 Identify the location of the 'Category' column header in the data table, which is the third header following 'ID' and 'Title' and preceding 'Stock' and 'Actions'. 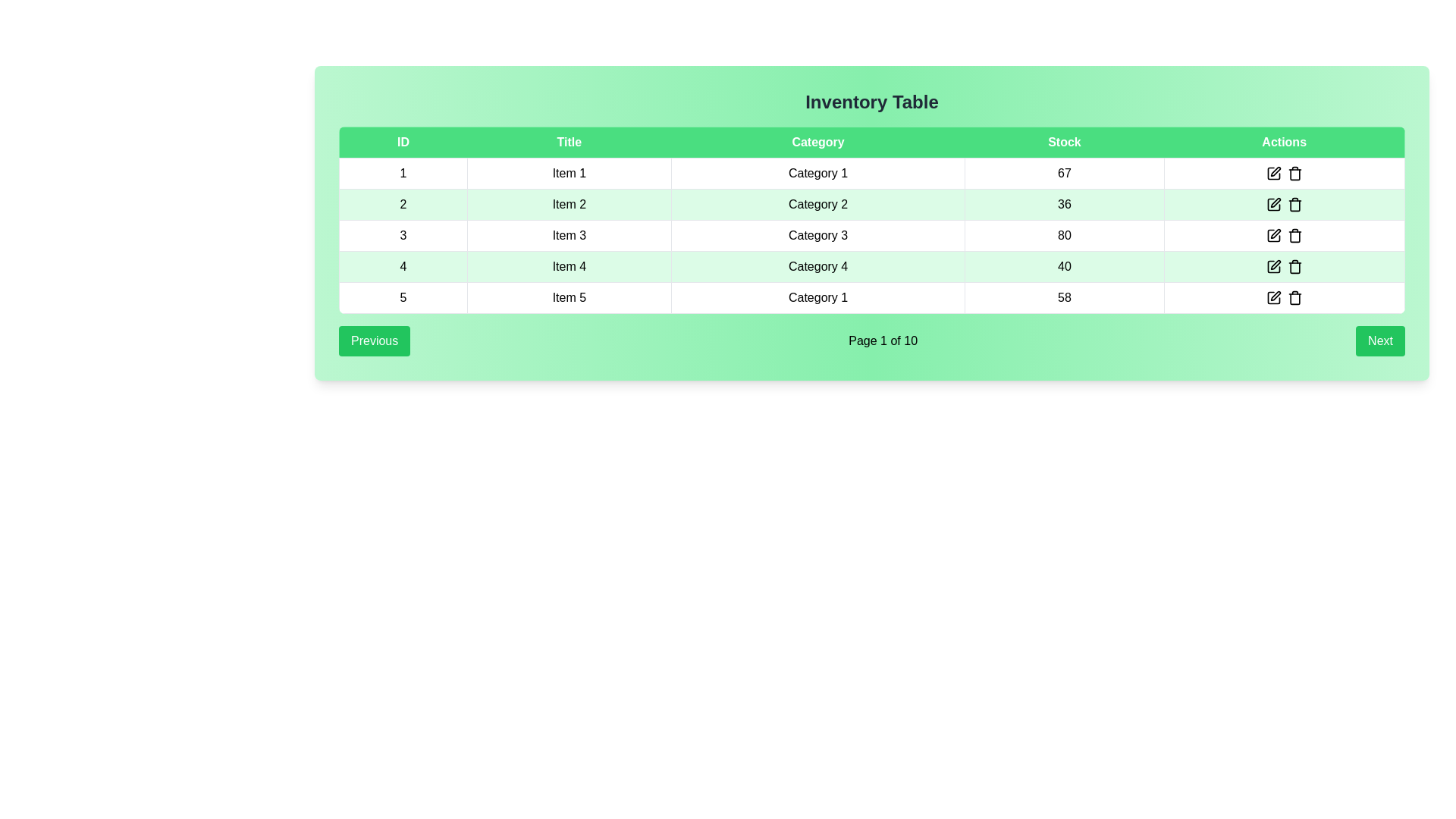
(817, 143).